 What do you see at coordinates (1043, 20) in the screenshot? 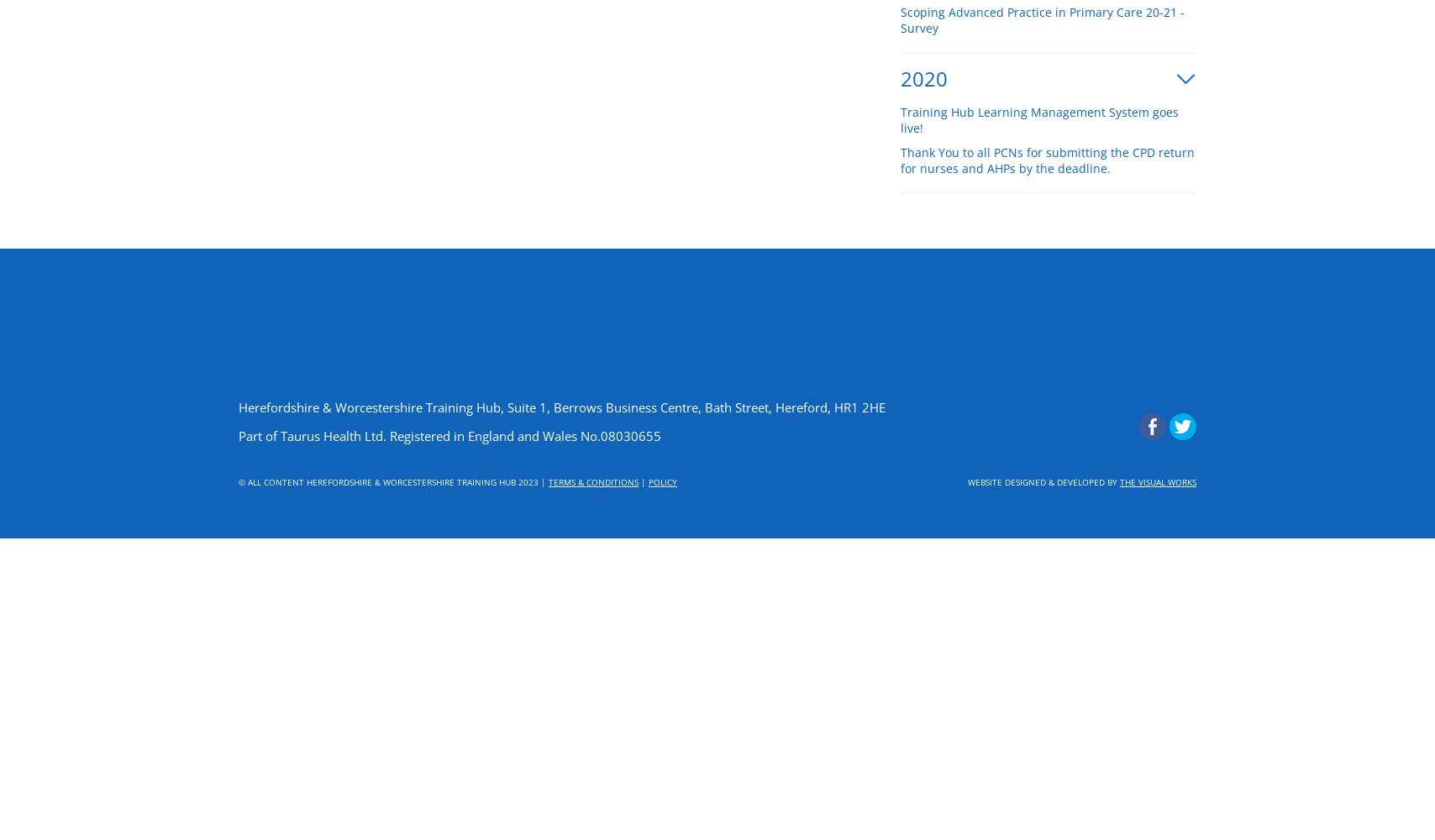
I see `'Scoping Advanced Practice in Primary Care 20-21 - Survey'` at bounding box center [1043, 20].